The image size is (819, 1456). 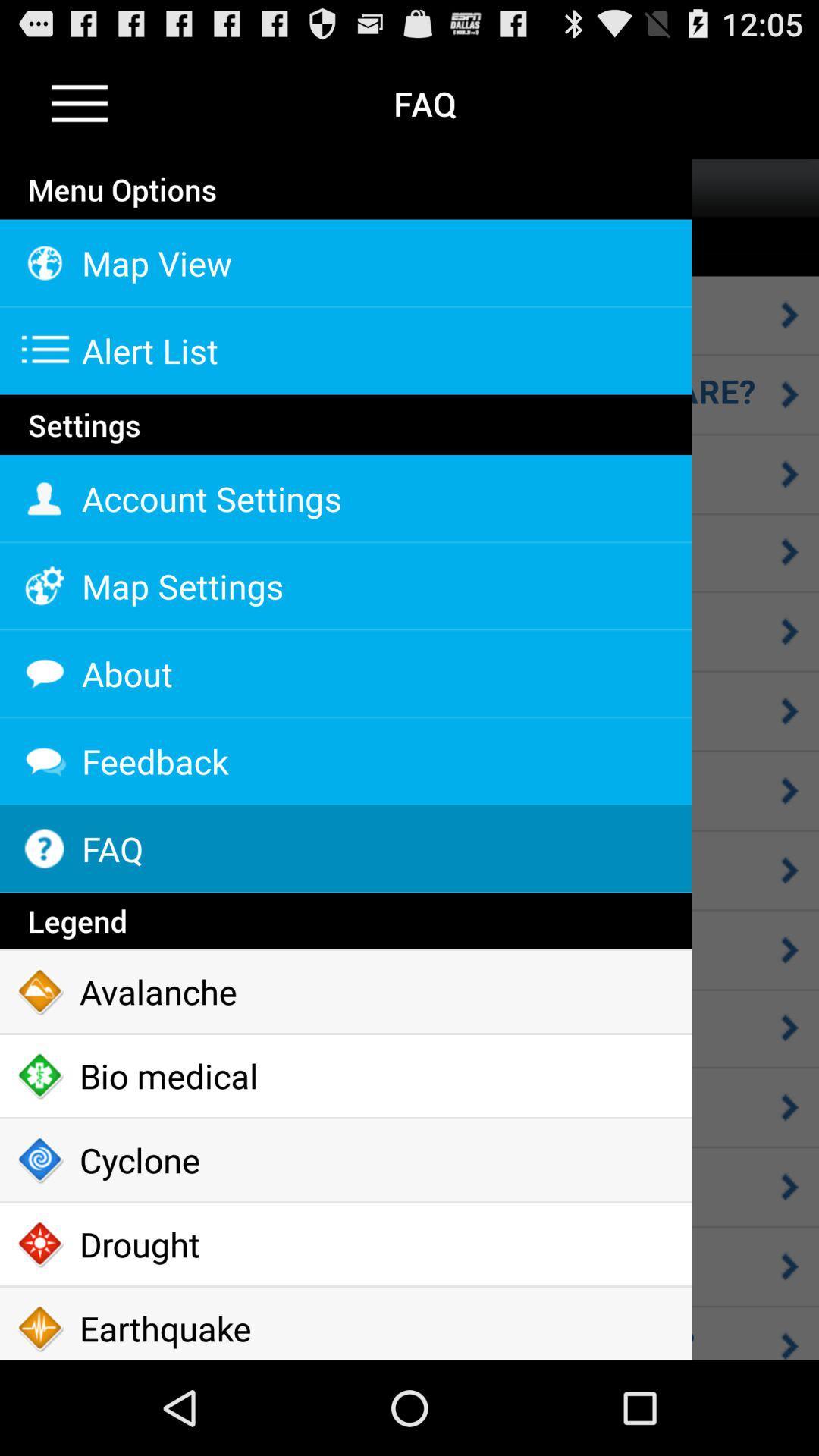 I want to click on the icon below legend icon, so click(x=345, y=992).